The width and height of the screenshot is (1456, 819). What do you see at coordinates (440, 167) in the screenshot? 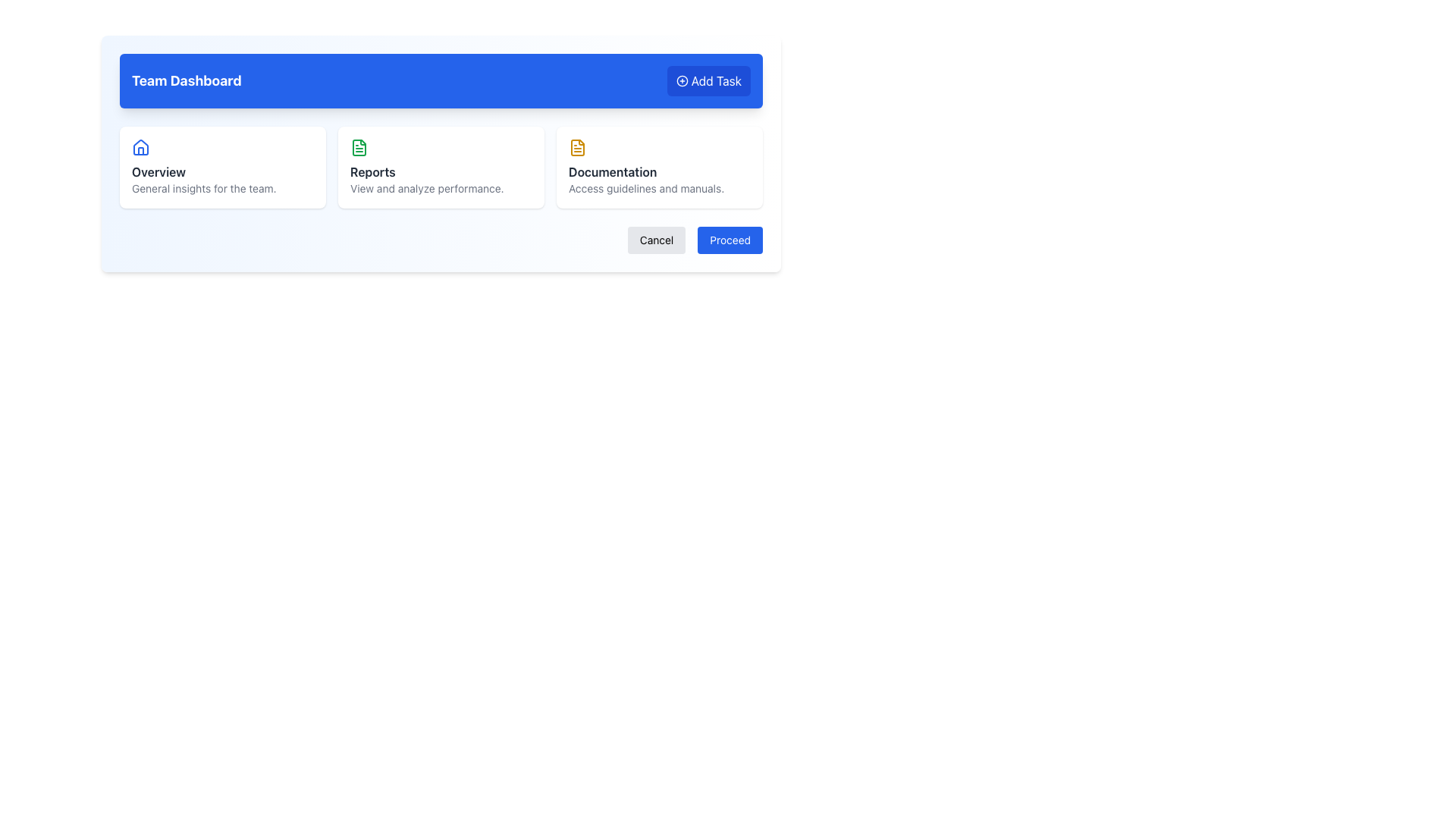
I see `the Information Card which is the second item in a three-column grid layout, displaying information headlines and descriptions` at bounding box center [440, 167].